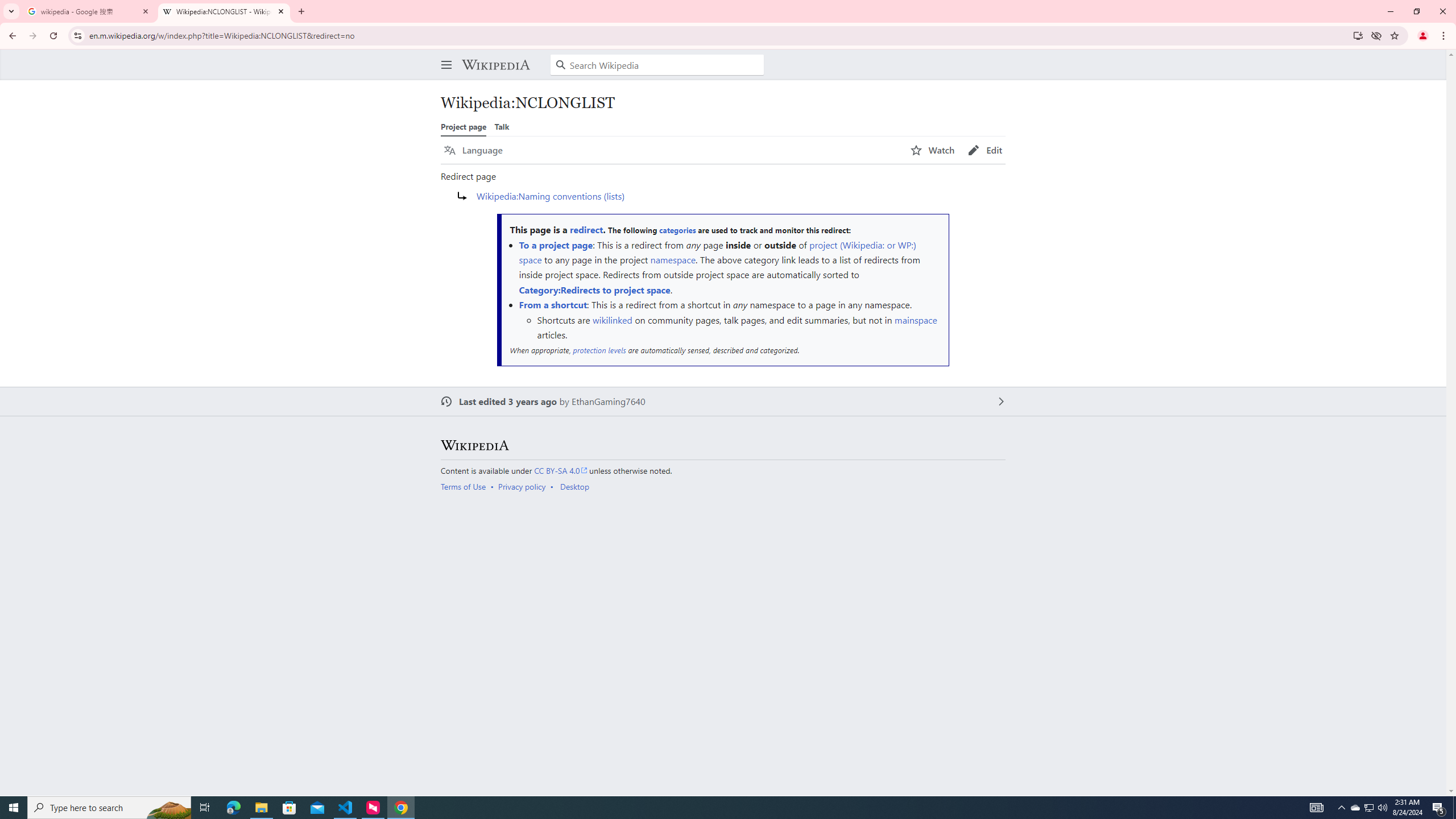 This screenshot has width=1456, height=819. Describe the element at coordinates (586, 229) in the screenshot. I see `'redirect'` at that location.